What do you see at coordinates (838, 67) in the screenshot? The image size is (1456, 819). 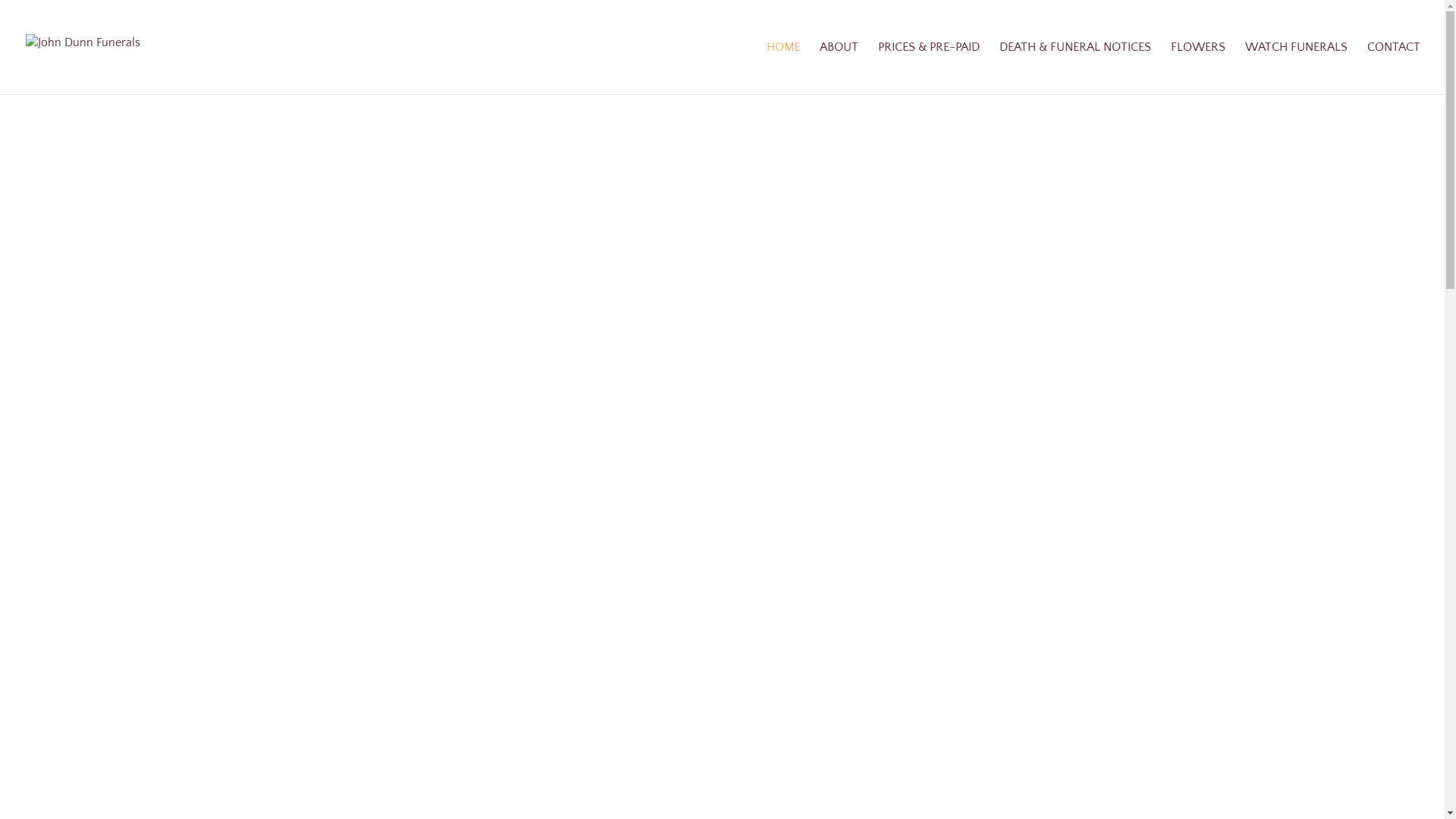 I see `'ABOUT'` at bounding box center [838, 67].